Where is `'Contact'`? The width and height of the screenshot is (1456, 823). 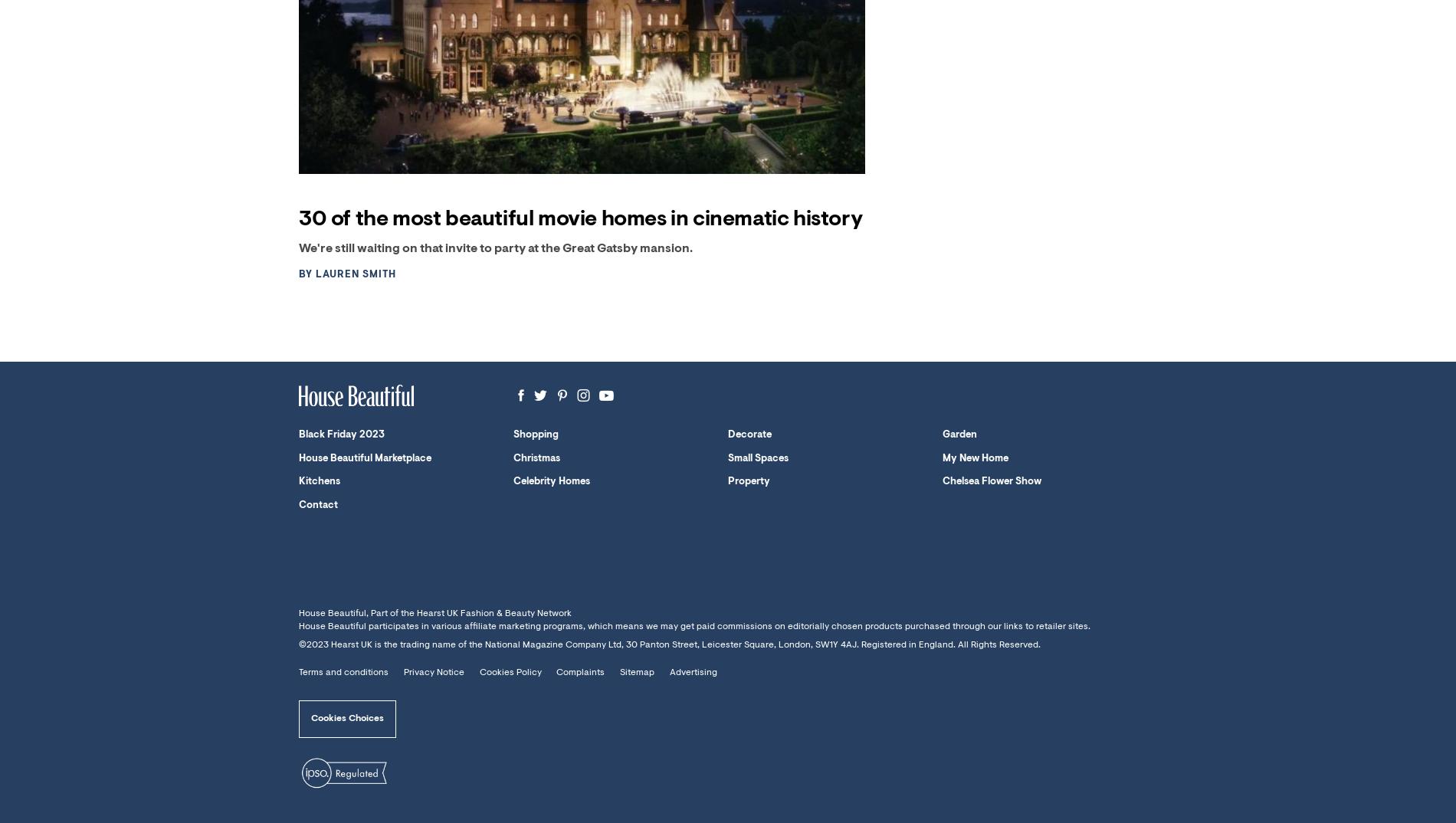 'Contact' is located at coordinates (298, 503).